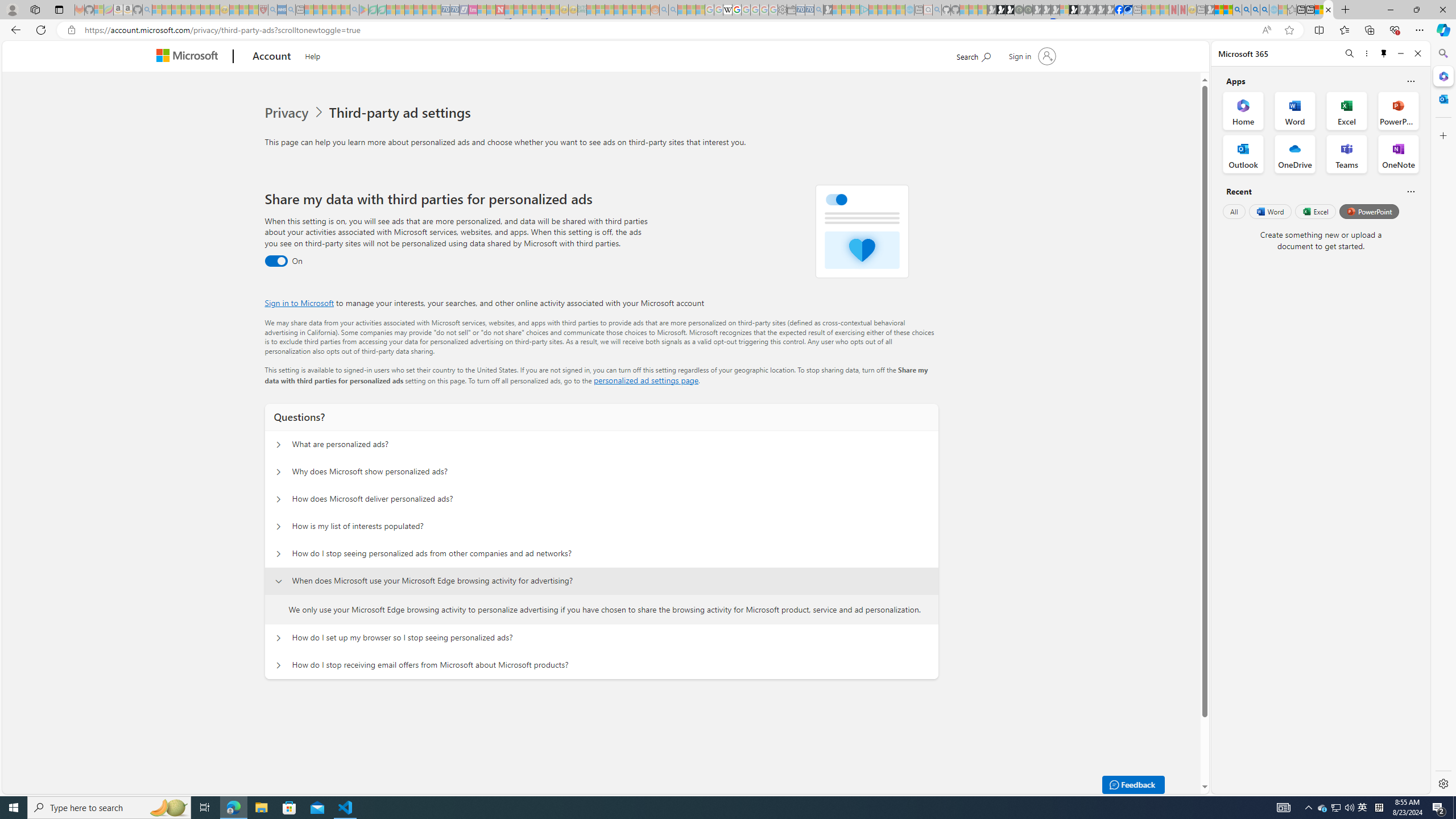  I want to click on 'Third party data sharing toggle', so click(276, 261).